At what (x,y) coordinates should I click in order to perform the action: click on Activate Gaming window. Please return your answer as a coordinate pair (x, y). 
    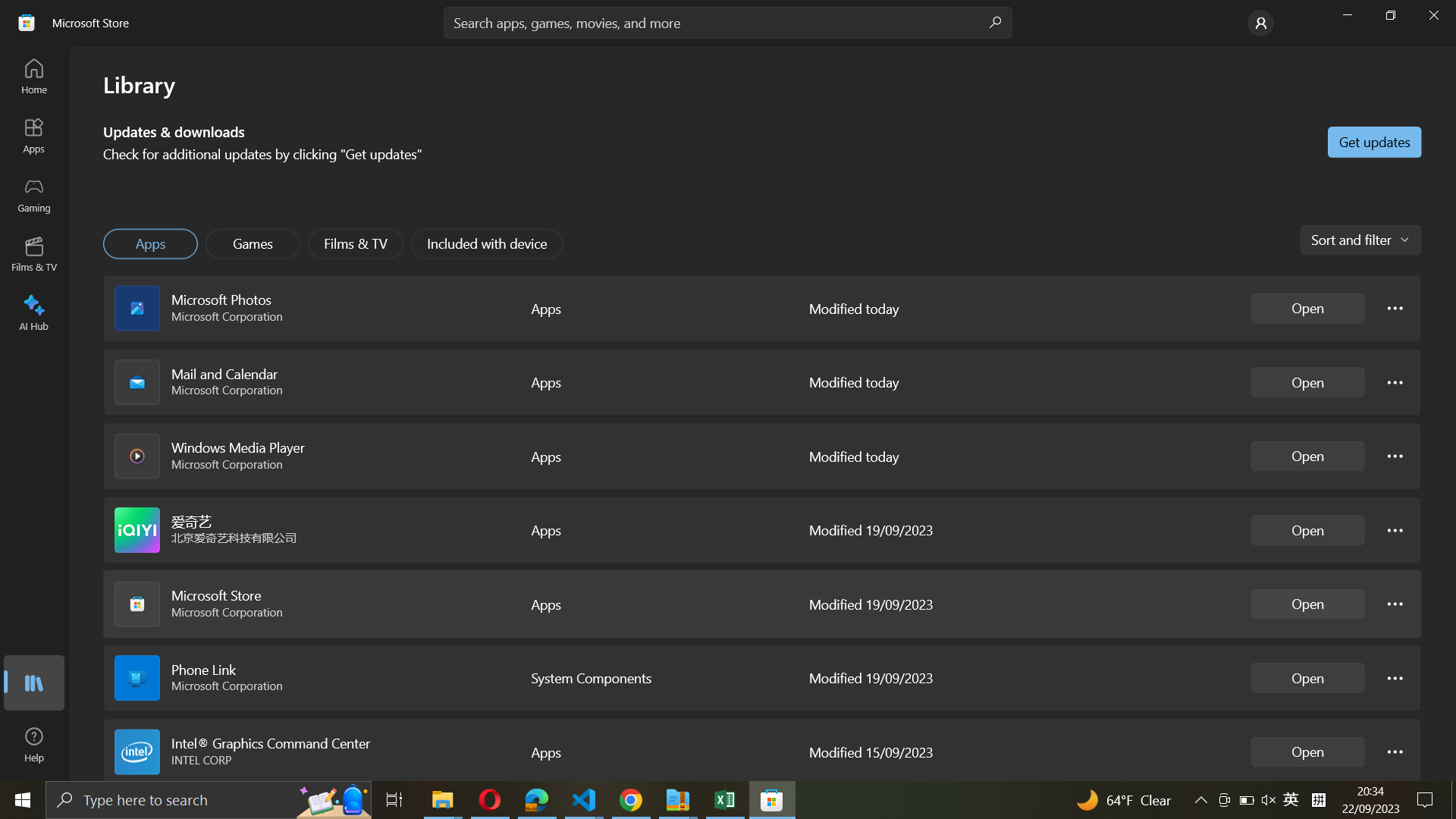
    Looking at the image, I should click on (36, 195).